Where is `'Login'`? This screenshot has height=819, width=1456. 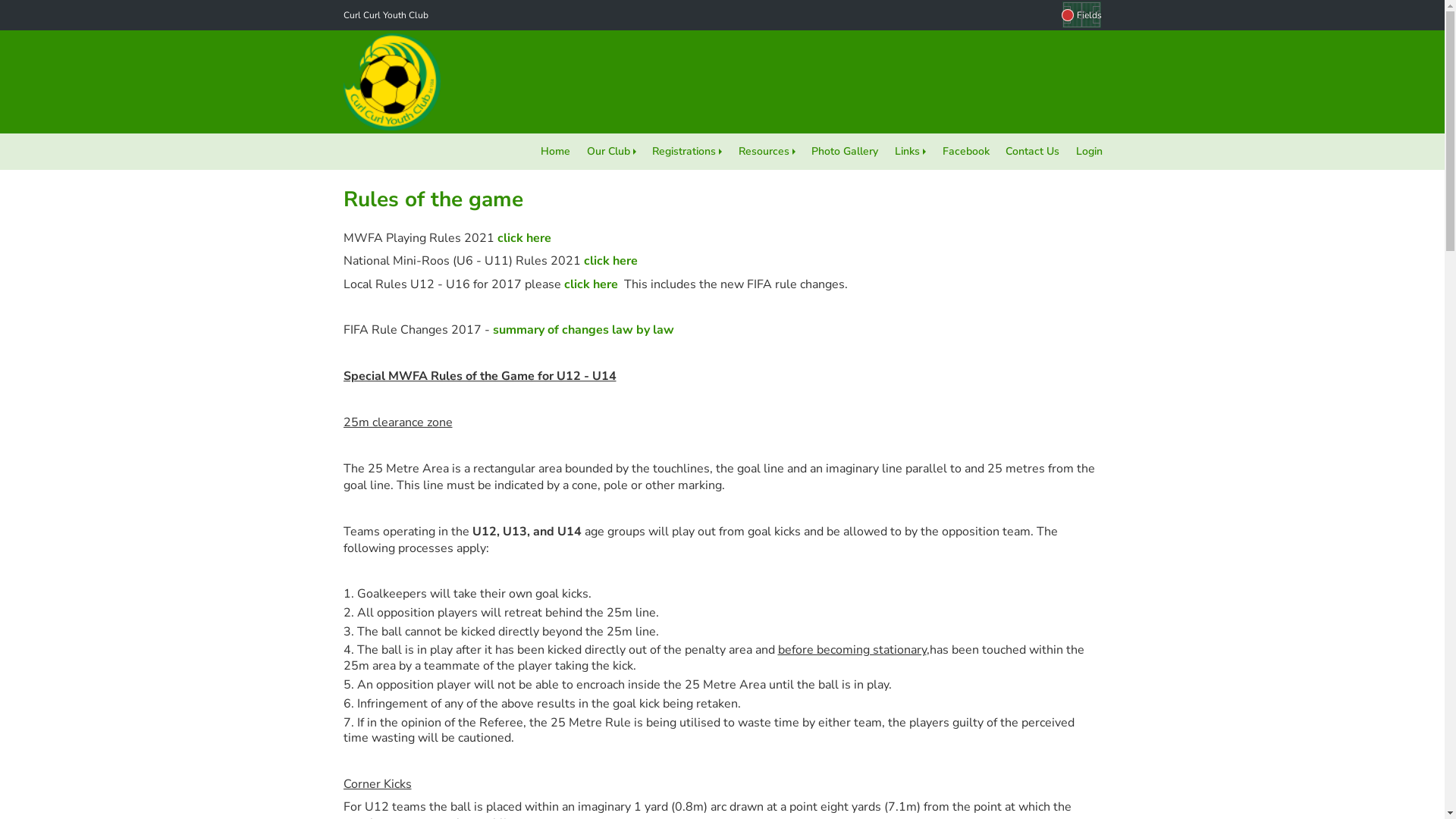
'Login' is located at coordinates (1088, 152).